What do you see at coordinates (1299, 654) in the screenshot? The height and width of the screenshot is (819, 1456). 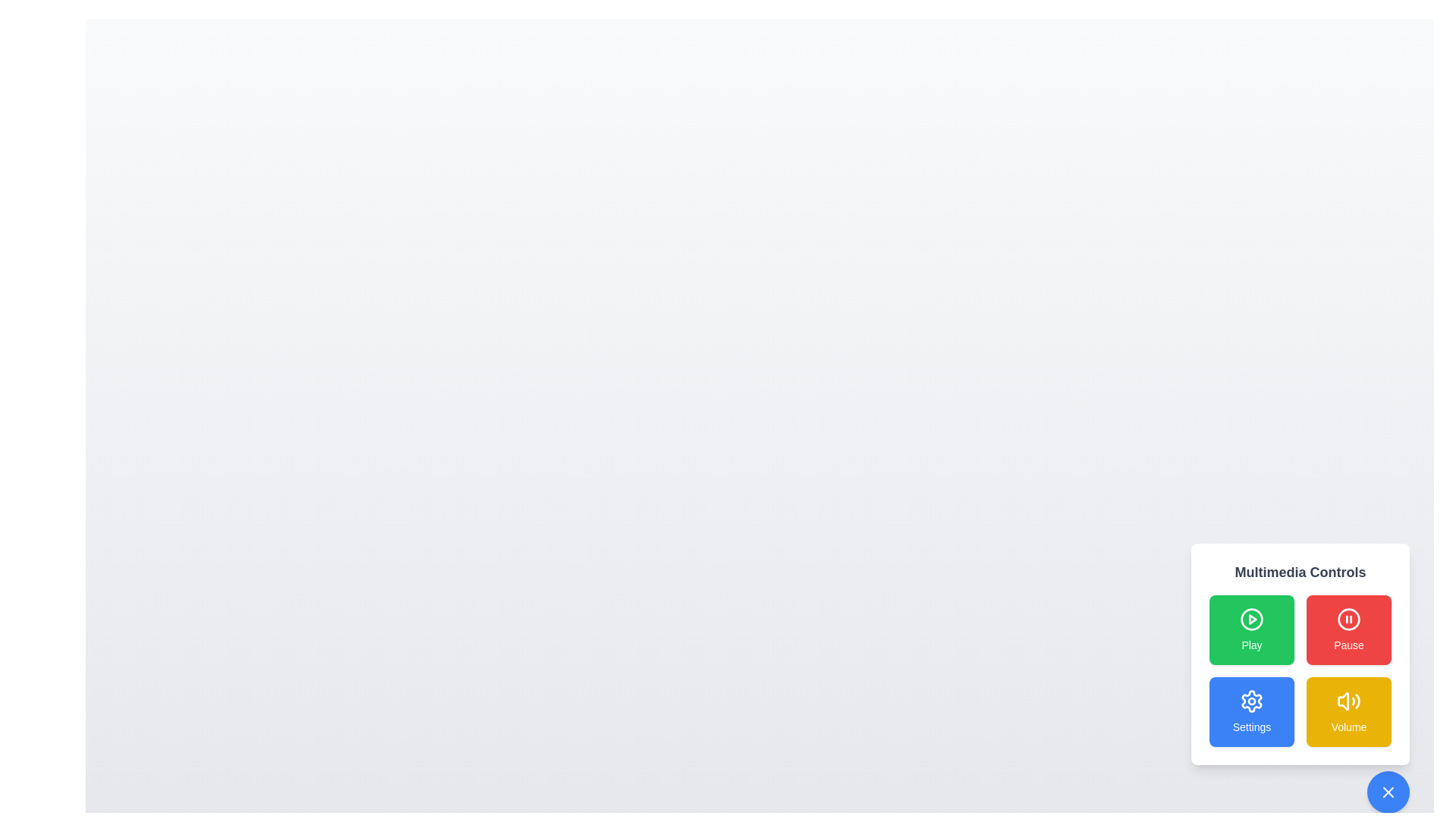 I see `the green 'Play' button located on the Multimedia Controls panel` at bounding box center [1299, 654].